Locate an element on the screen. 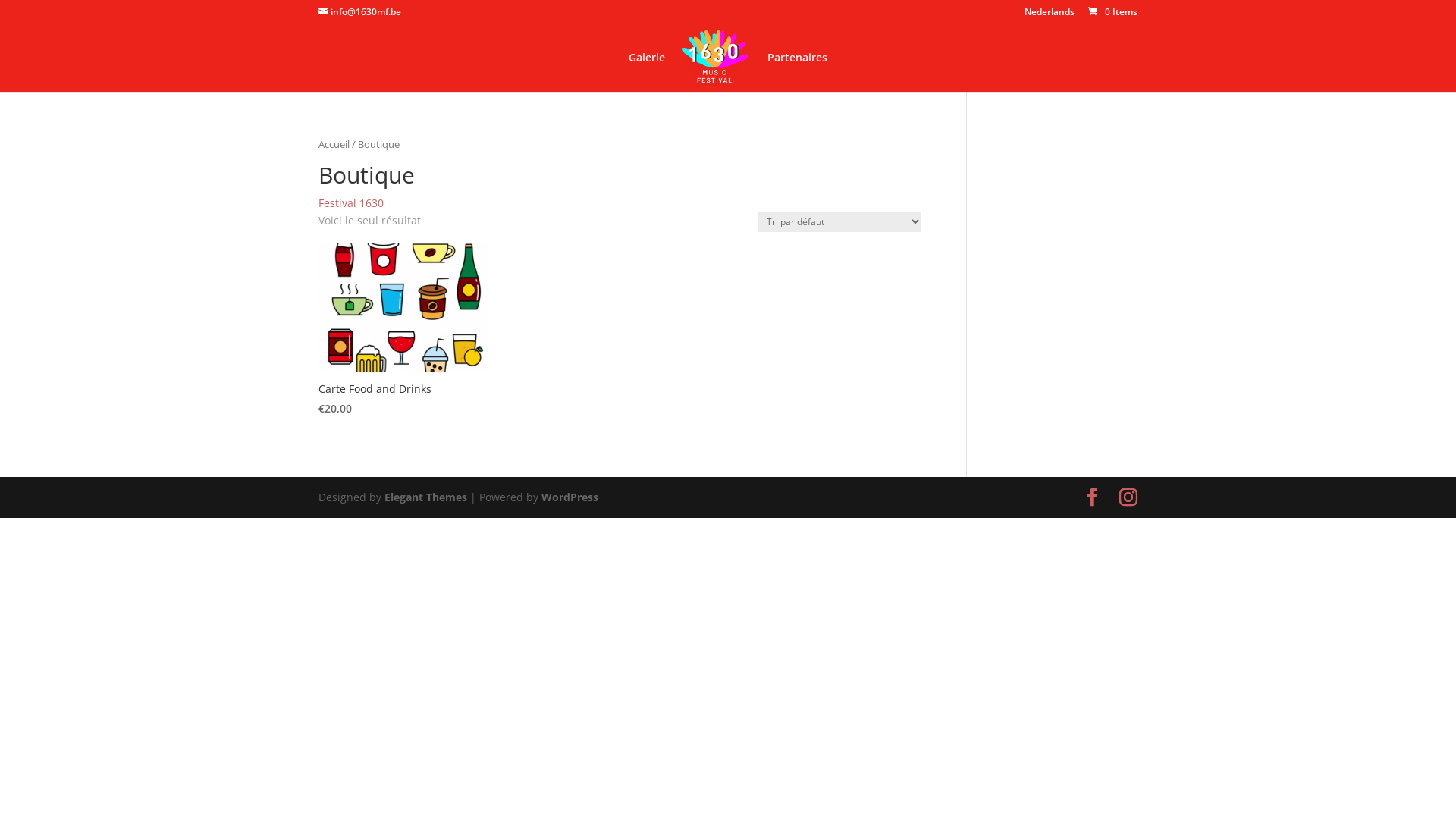 Image resolution: width=1456 pixels, height=819 pixels. 'Elegant Themes' is located at coordinates (425, 497).